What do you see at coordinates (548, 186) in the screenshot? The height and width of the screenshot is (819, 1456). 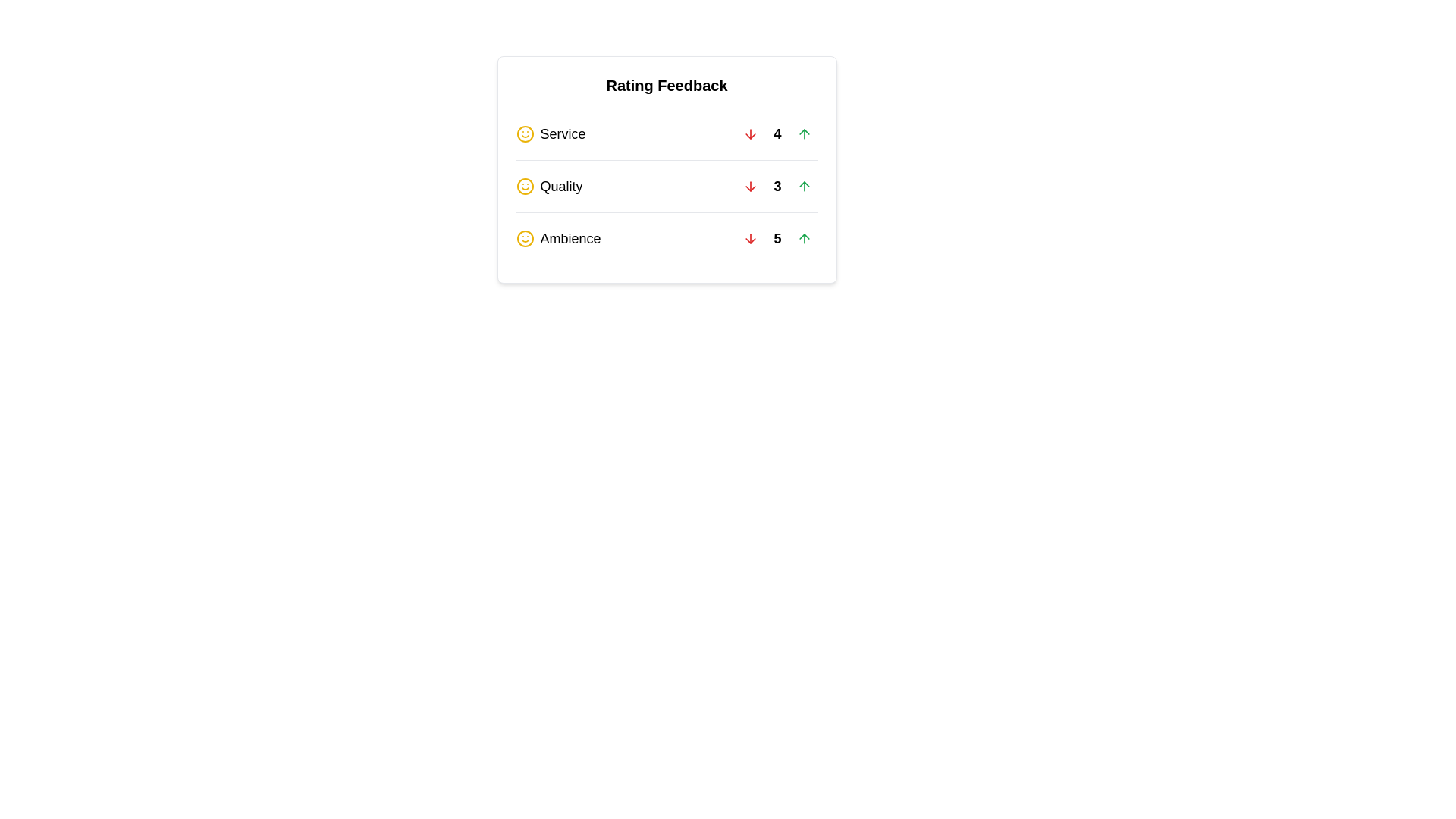 I see `the 'Quality' label element, which is a non-interactive category label located in the center row of a vertically stacked list, positioned between 'Service' and 'Ambience'` at bounding box center [548, 186].